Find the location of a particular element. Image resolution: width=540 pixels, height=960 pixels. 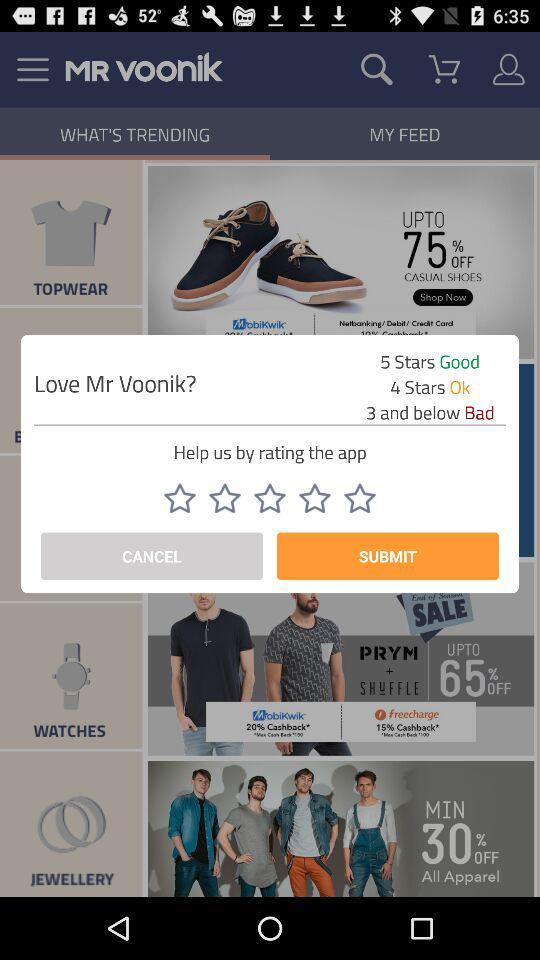

rate 2/5 is located at coordinates (224, 497).